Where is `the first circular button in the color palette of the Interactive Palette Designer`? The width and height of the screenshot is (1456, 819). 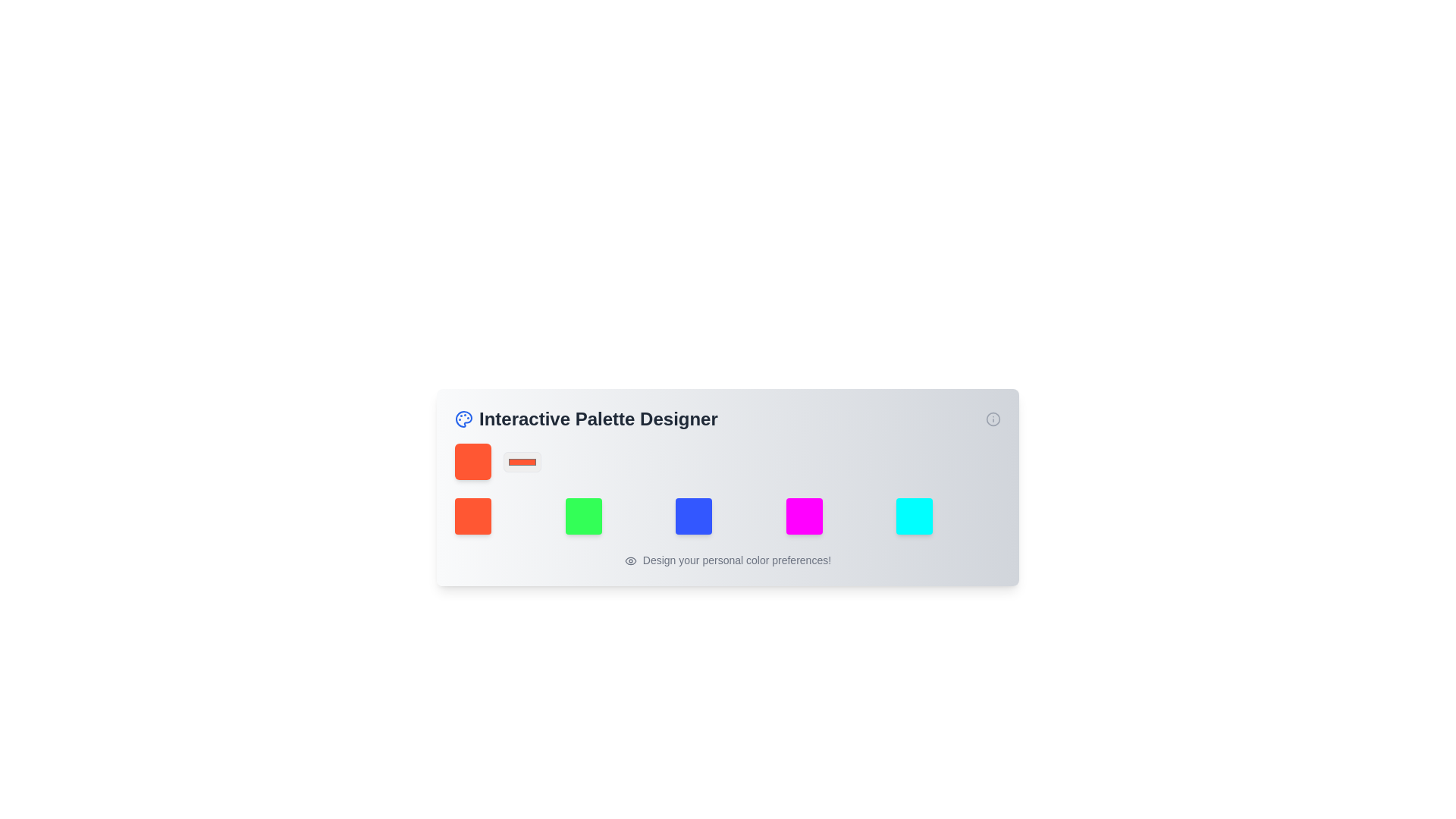 the first circular button in the color palette of the Interactive Palette Designer is located at coordinates (472, 516).